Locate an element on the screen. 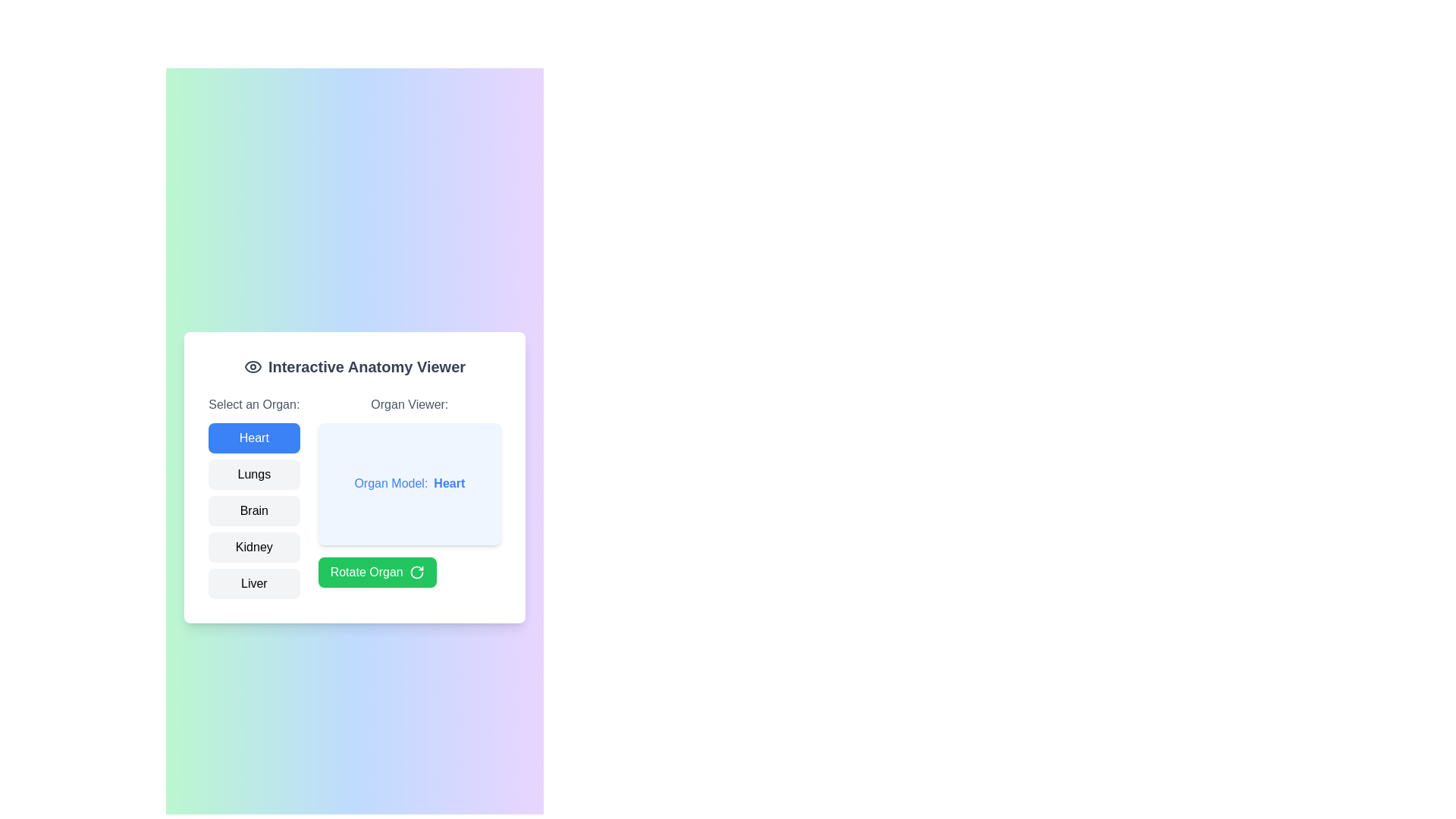  the 'Kidney' button, which is the fourth button in the vertical list under the 'Select an Organ' section, identified by its light gray background and rounded corners is located at coordinates (254, 547).